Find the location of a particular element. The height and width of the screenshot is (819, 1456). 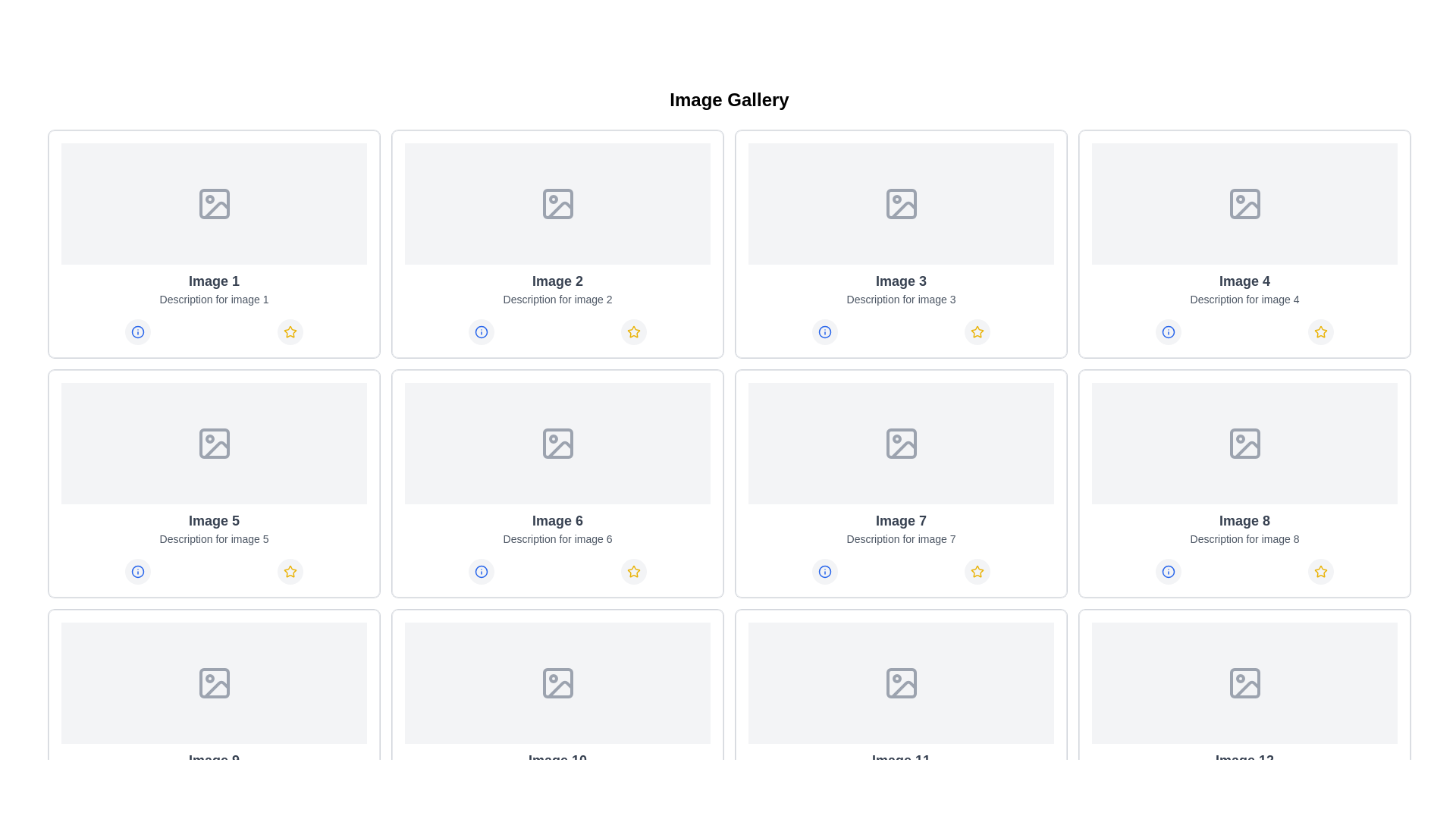

the graphical icon representing an image in the fifth image card of the gallery layout, located near the top-right corner inside the image icon is located at coordinates (215, 449).